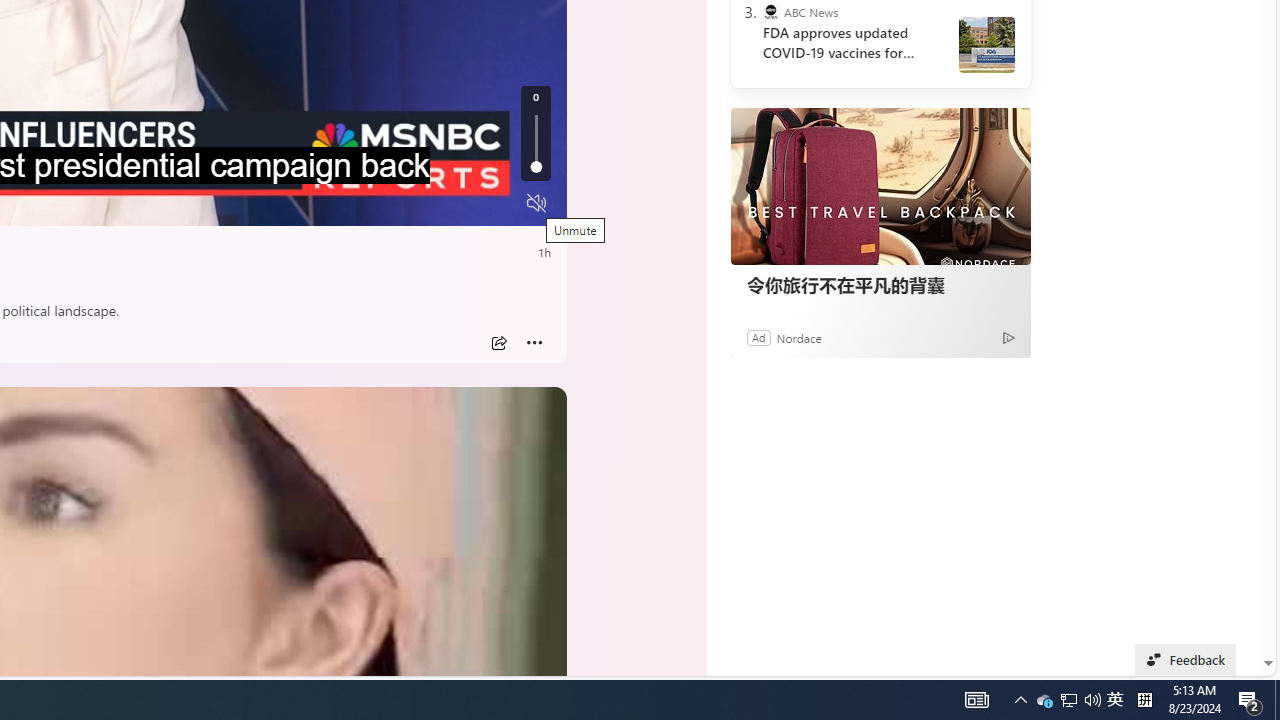 This screenshot has height=720, width=1280. I want to click on 'More', so click(534, 342).